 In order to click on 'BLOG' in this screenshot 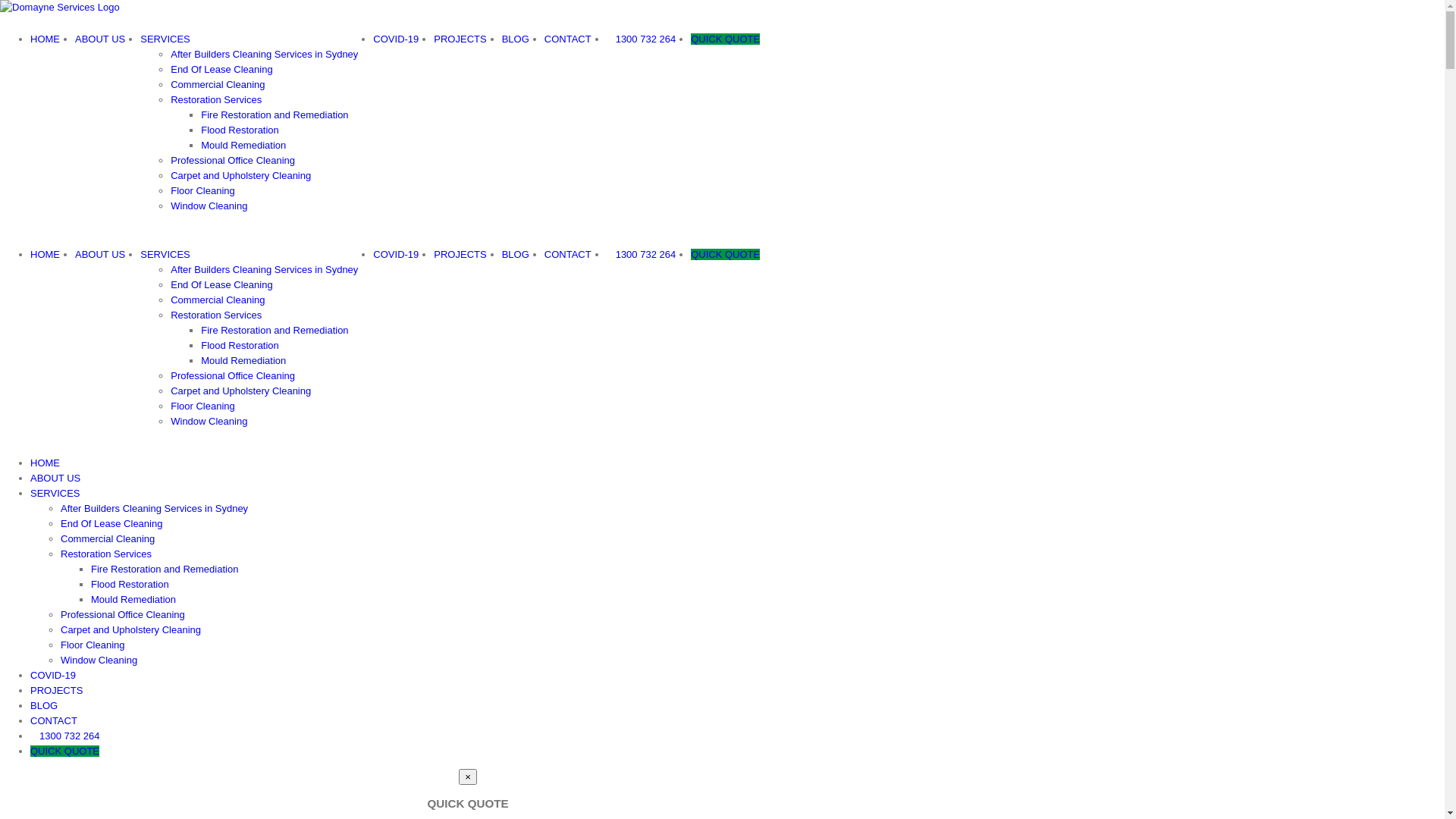, I will do `click(43, 705)`.